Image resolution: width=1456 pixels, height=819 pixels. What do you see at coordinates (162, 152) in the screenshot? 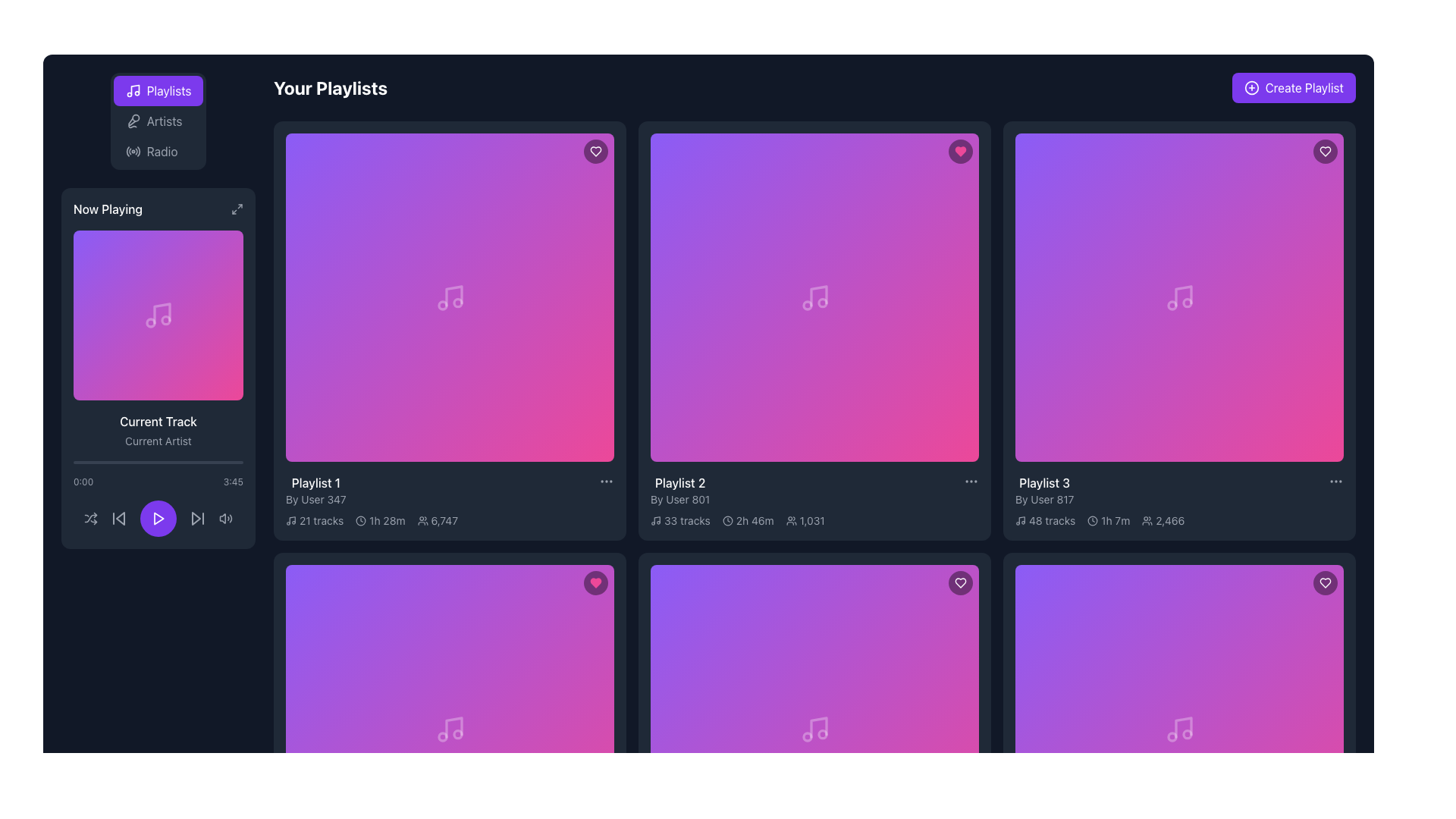
I see `the text label displaying 'Radio' in the navigation menu on the left-hand side` at bounding box center [162, 152].